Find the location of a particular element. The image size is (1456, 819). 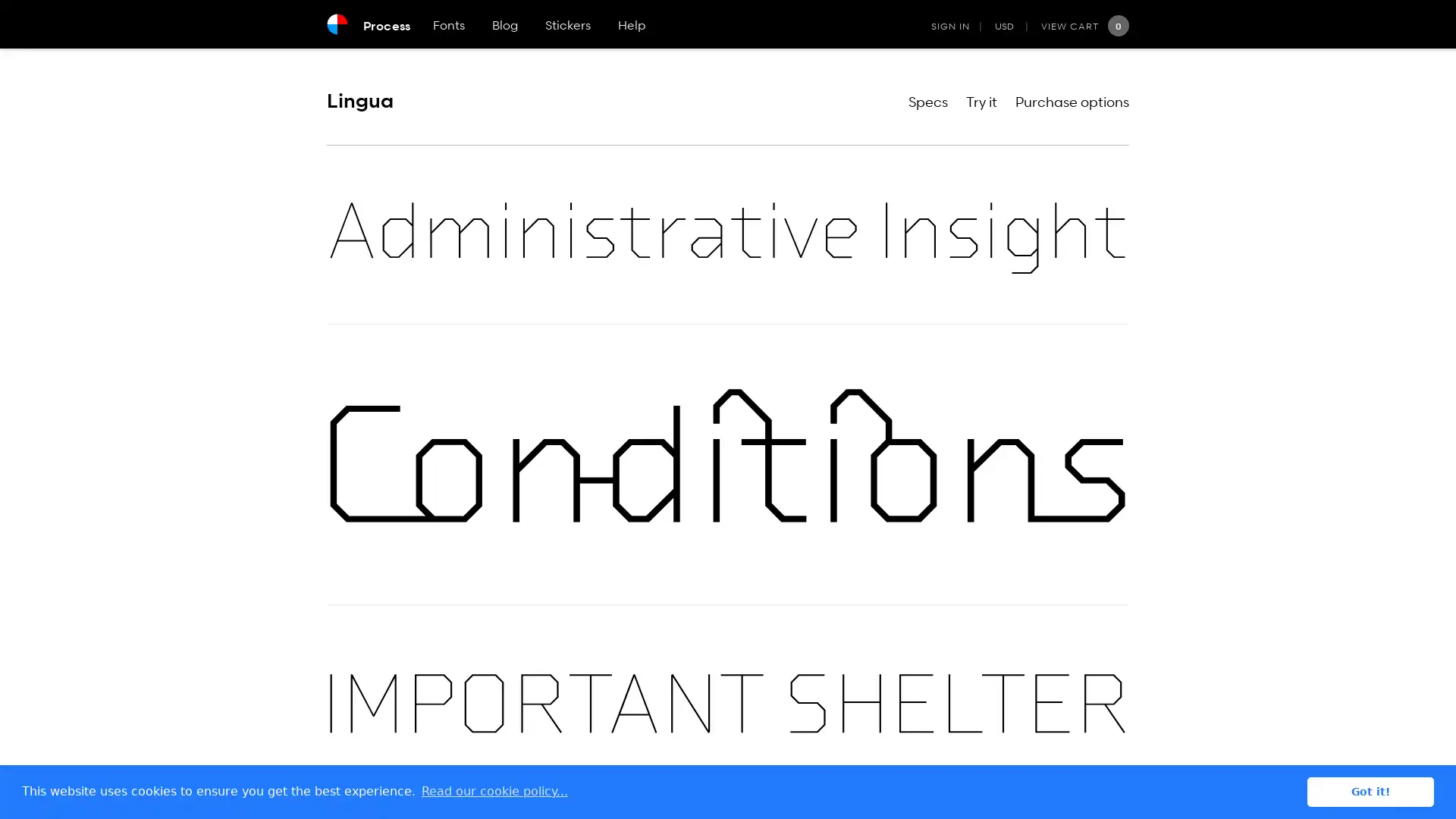

learn more about cookies is located at coordinates (494, 791).